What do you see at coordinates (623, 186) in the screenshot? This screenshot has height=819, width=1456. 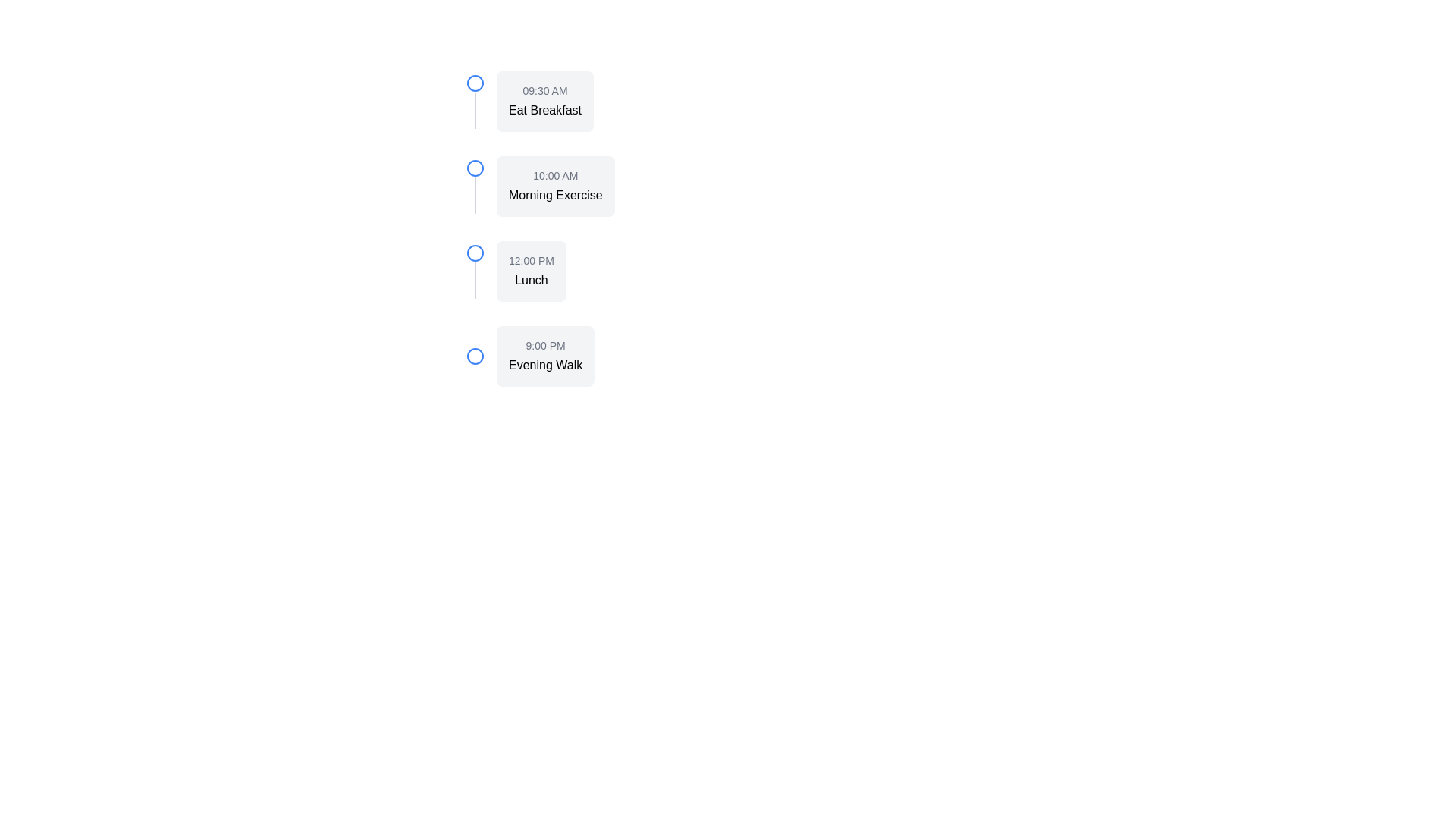 I see `the scheduled activity labeled 'Morning Exercise' occurring at '10:00 AM' in the timeline or agenda view, which is the second item in the vertical list` at bounding box center [623, 186].